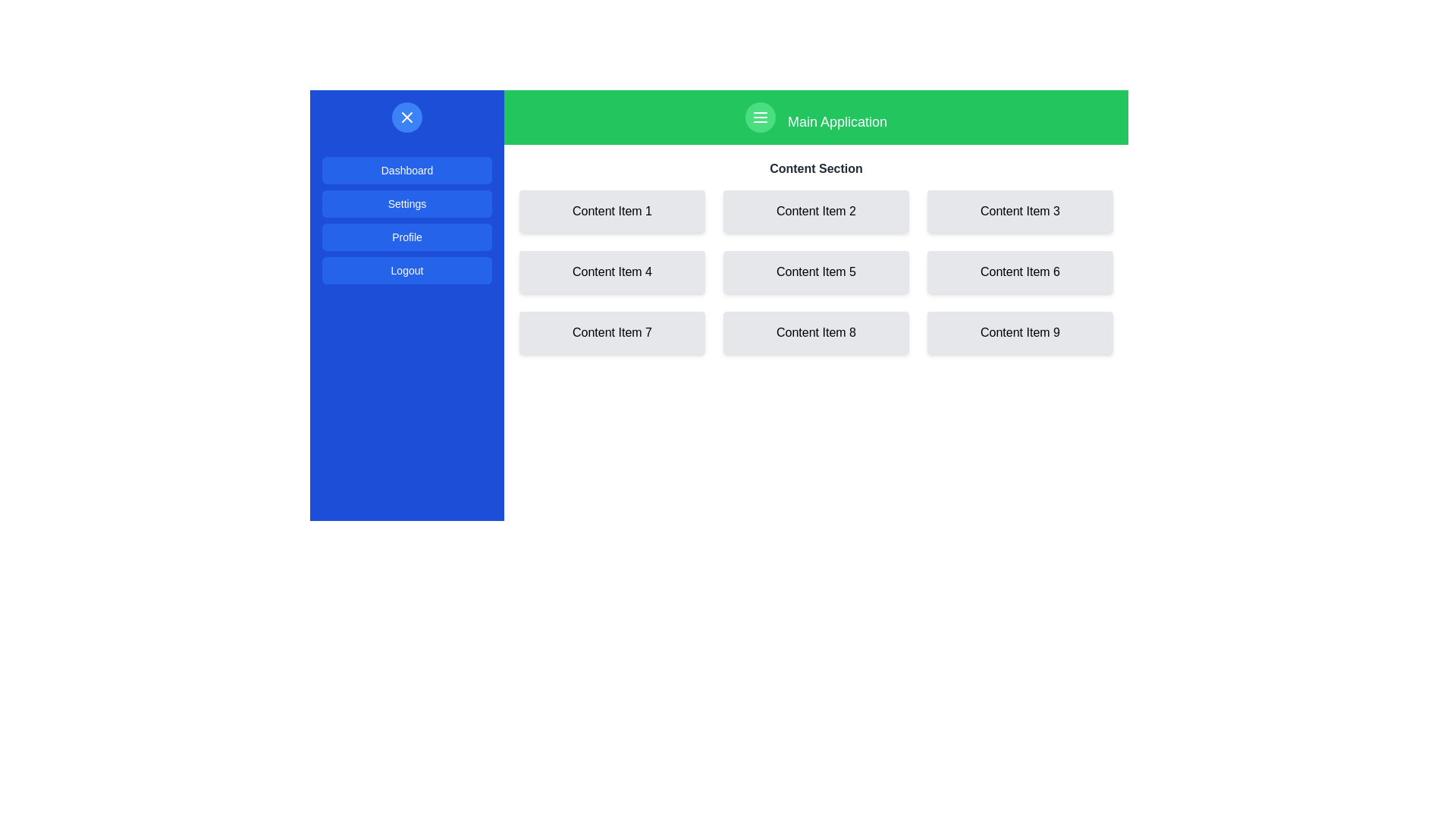 The height and width of the screenshot is (819, 1456). I want to click on the green circular button with a menu icon located to the left of the 'Main Application' text in the green header, so click(761, 116).